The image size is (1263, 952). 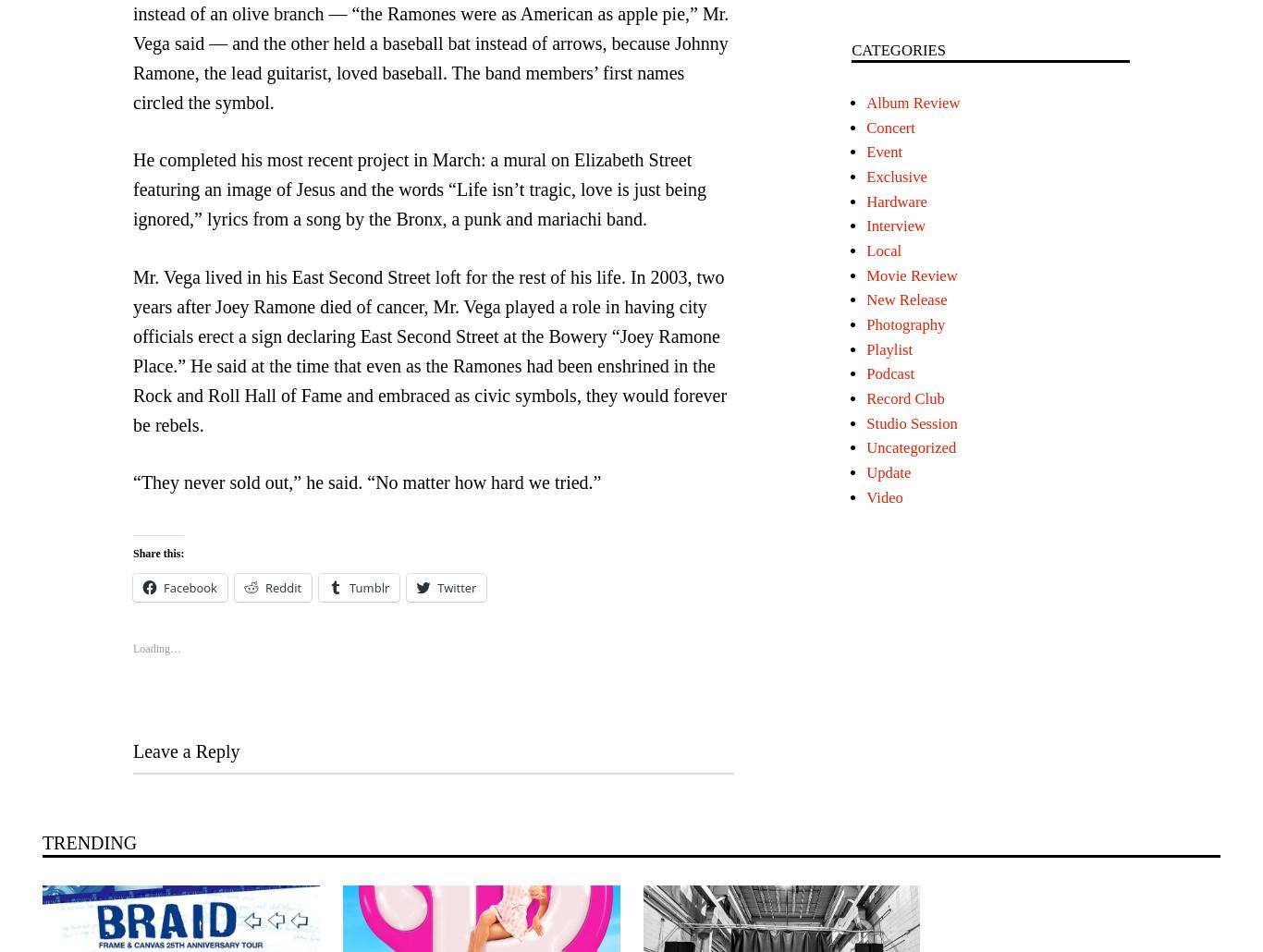 What do you see at coordinates (429, 350) in the screenshot?
I see `'Mr. Vega lived in his East Second Street loft for the rest of his life. In 2003, two years after Joey Ramone died of cancer, Mr. Vega played a role in having city officials erect a sign declaring East Second Street at the Bowery “Joey Ramone Place.” He said at the time that even as the Ramones had been enshrined in the Rock and Roll Hall of Fame and embraced as civic symbols, they would forever be rebels.'` at bounding box center [429, 350].